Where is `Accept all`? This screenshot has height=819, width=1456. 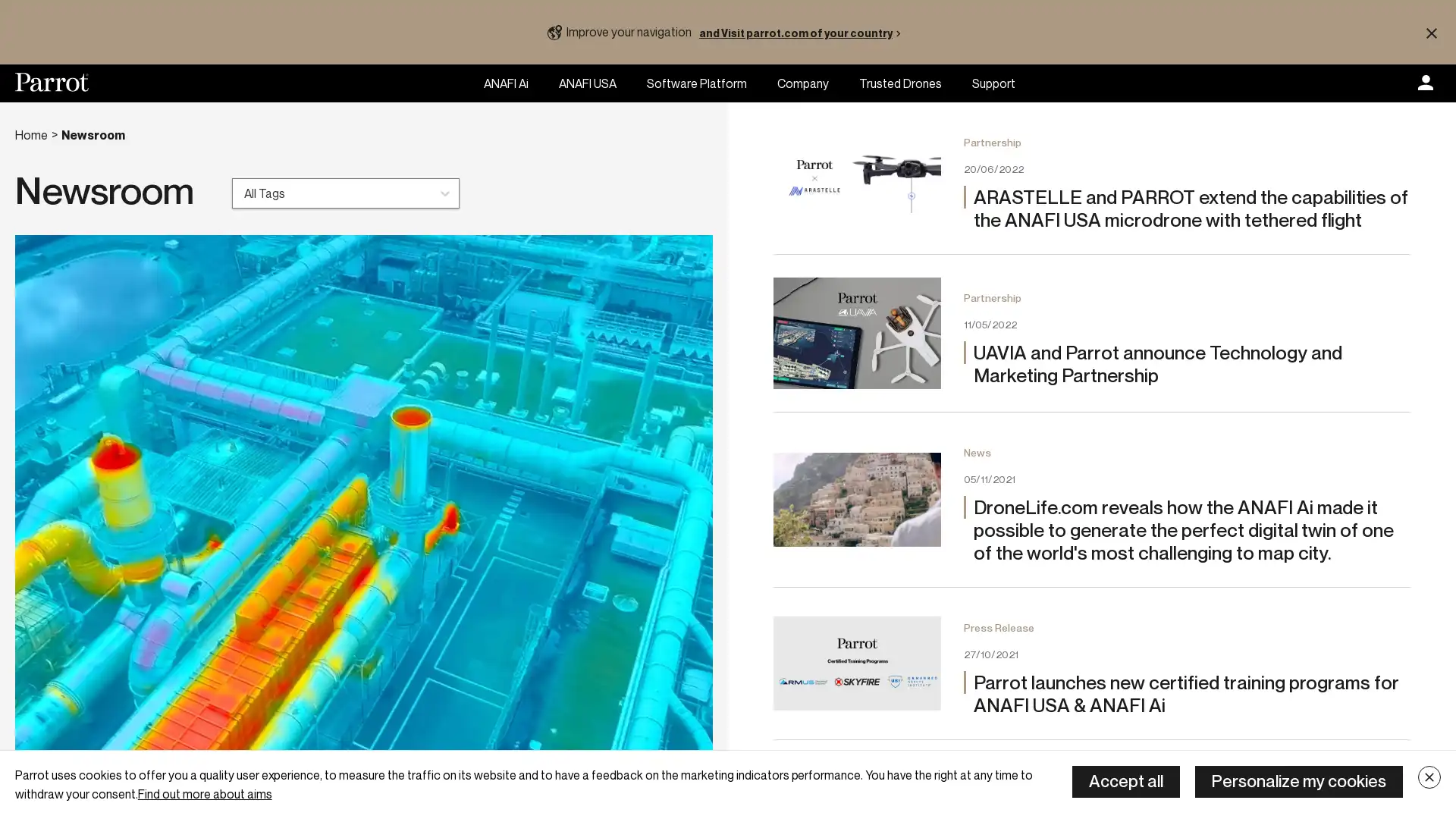 Accept all is located at coordinates (1125, 781).